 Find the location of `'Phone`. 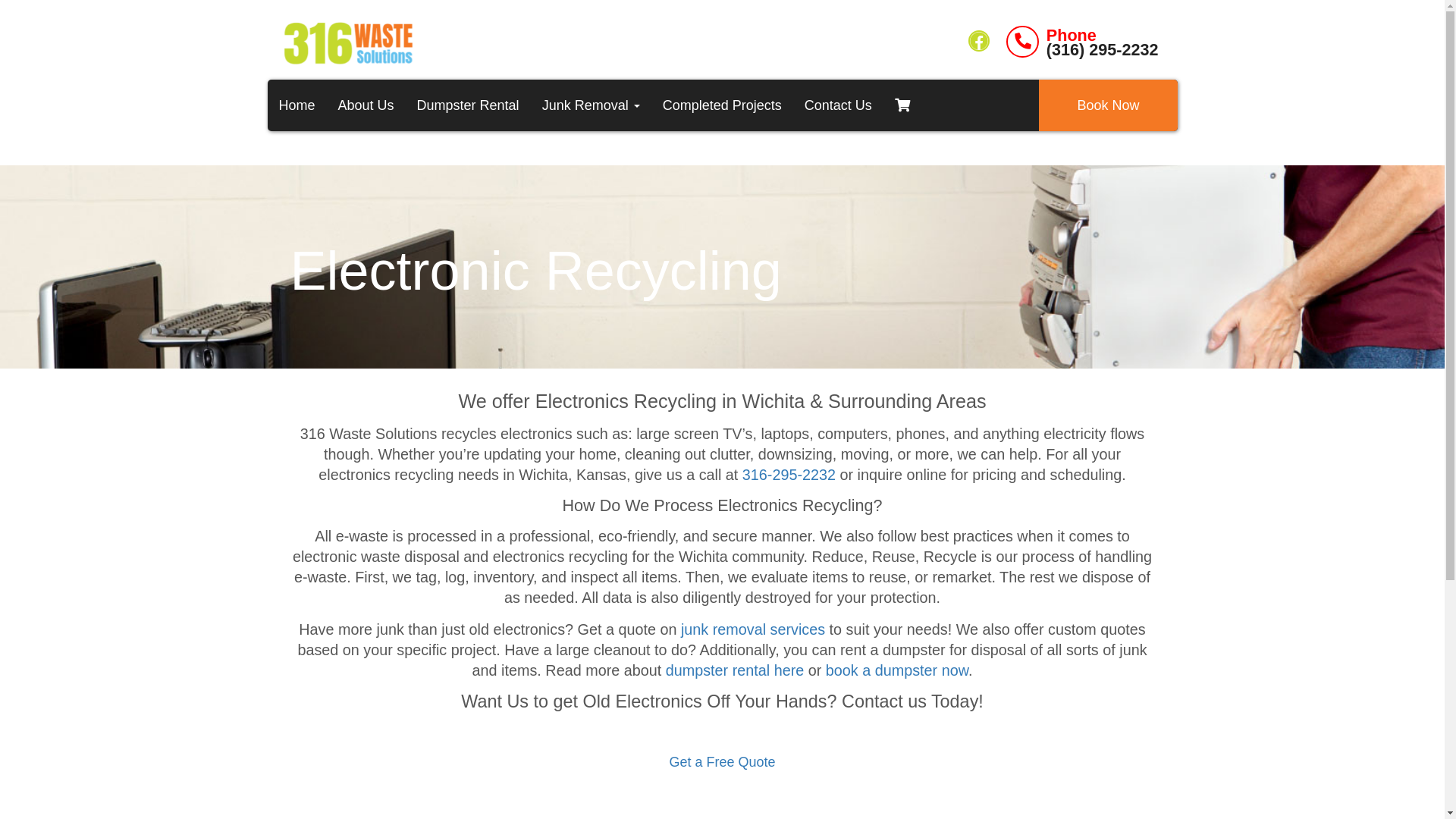

'Phone is located at coordinates (1081, 41).